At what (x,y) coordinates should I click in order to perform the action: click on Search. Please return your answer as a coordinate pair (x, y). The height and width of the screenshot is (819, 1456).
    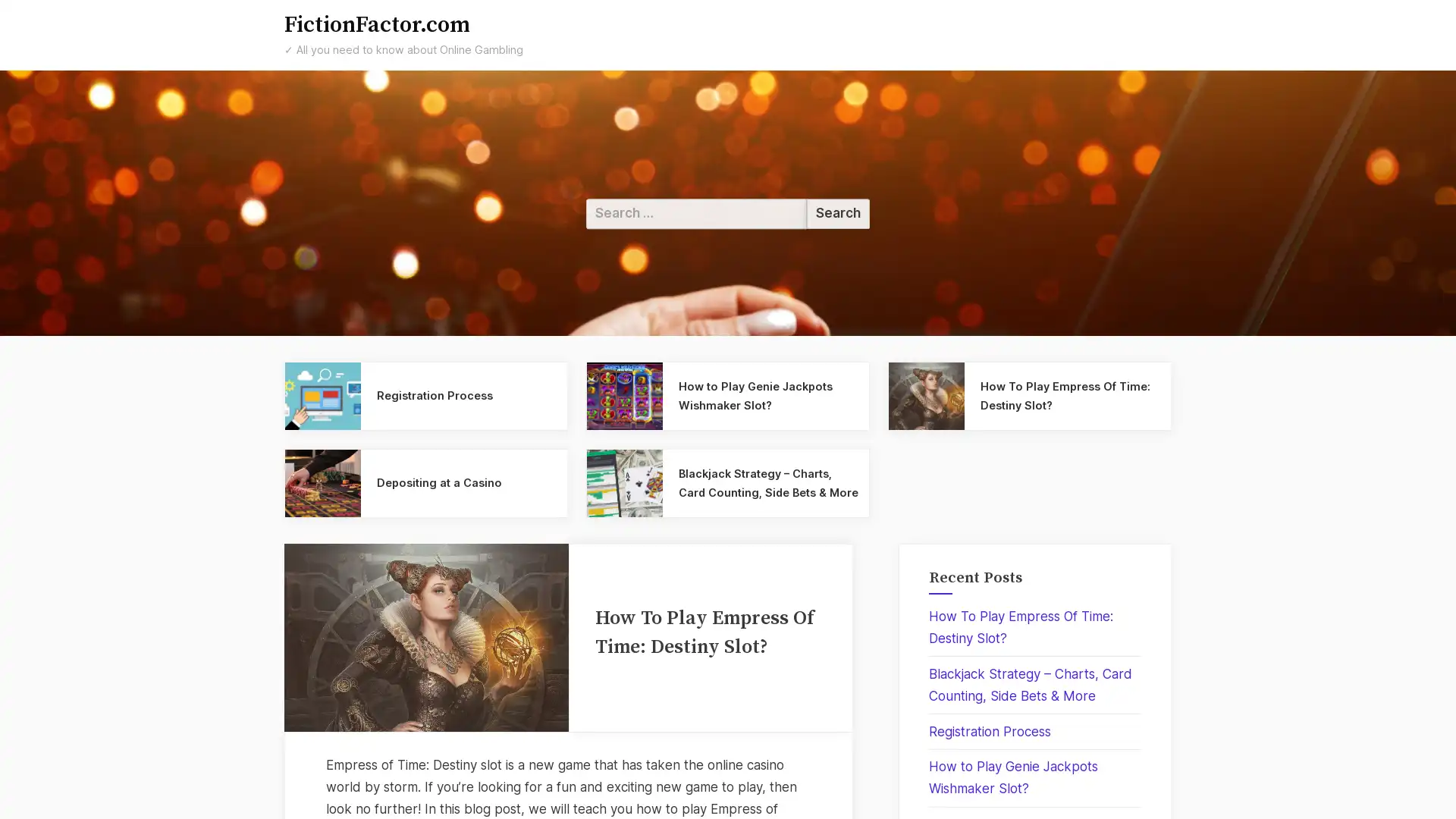
    Looking at the image, I should click on (837, 213).